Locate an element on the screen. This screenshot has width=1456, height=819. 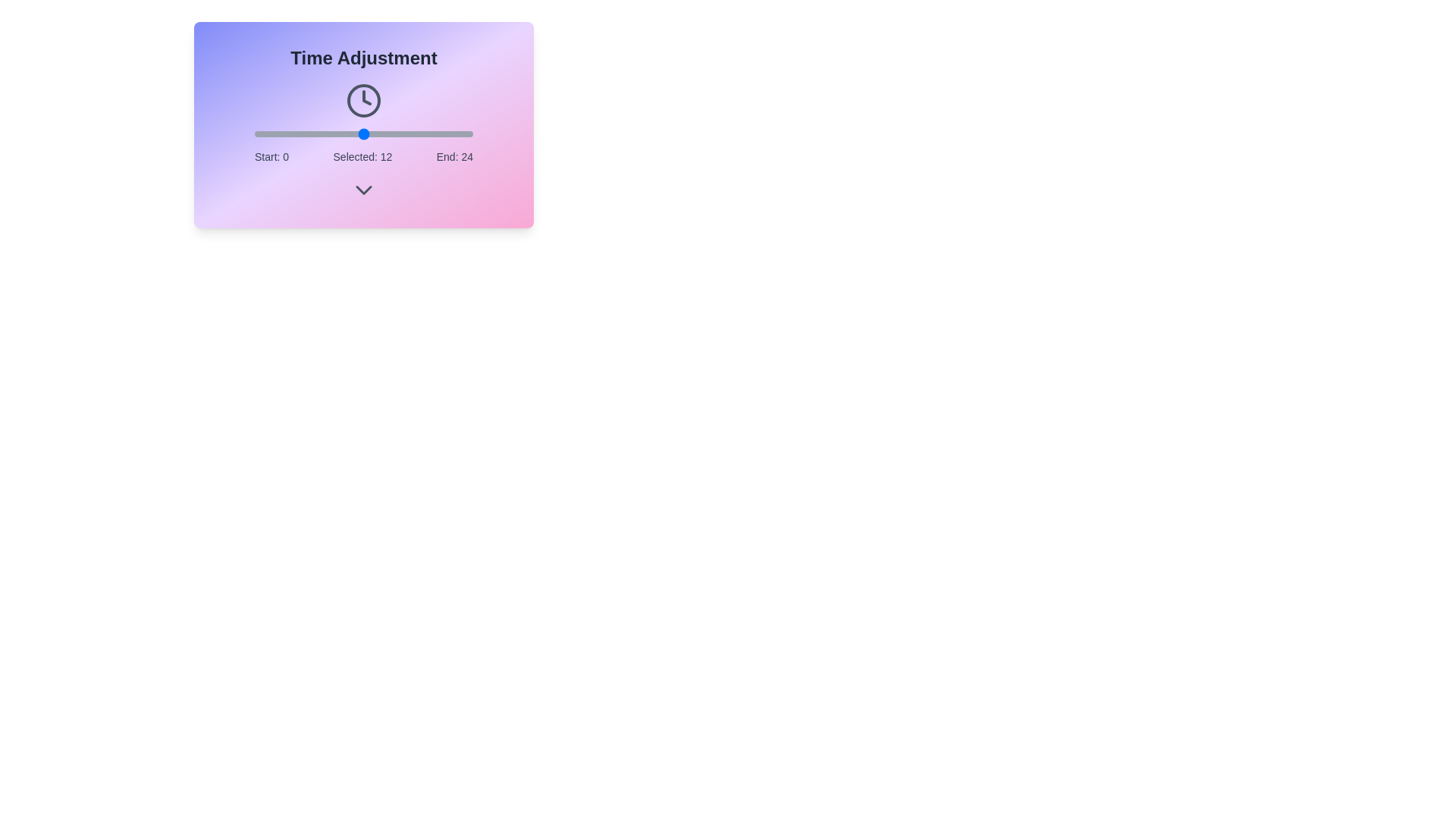
down chevron icon is located at coordinates (364, 189).